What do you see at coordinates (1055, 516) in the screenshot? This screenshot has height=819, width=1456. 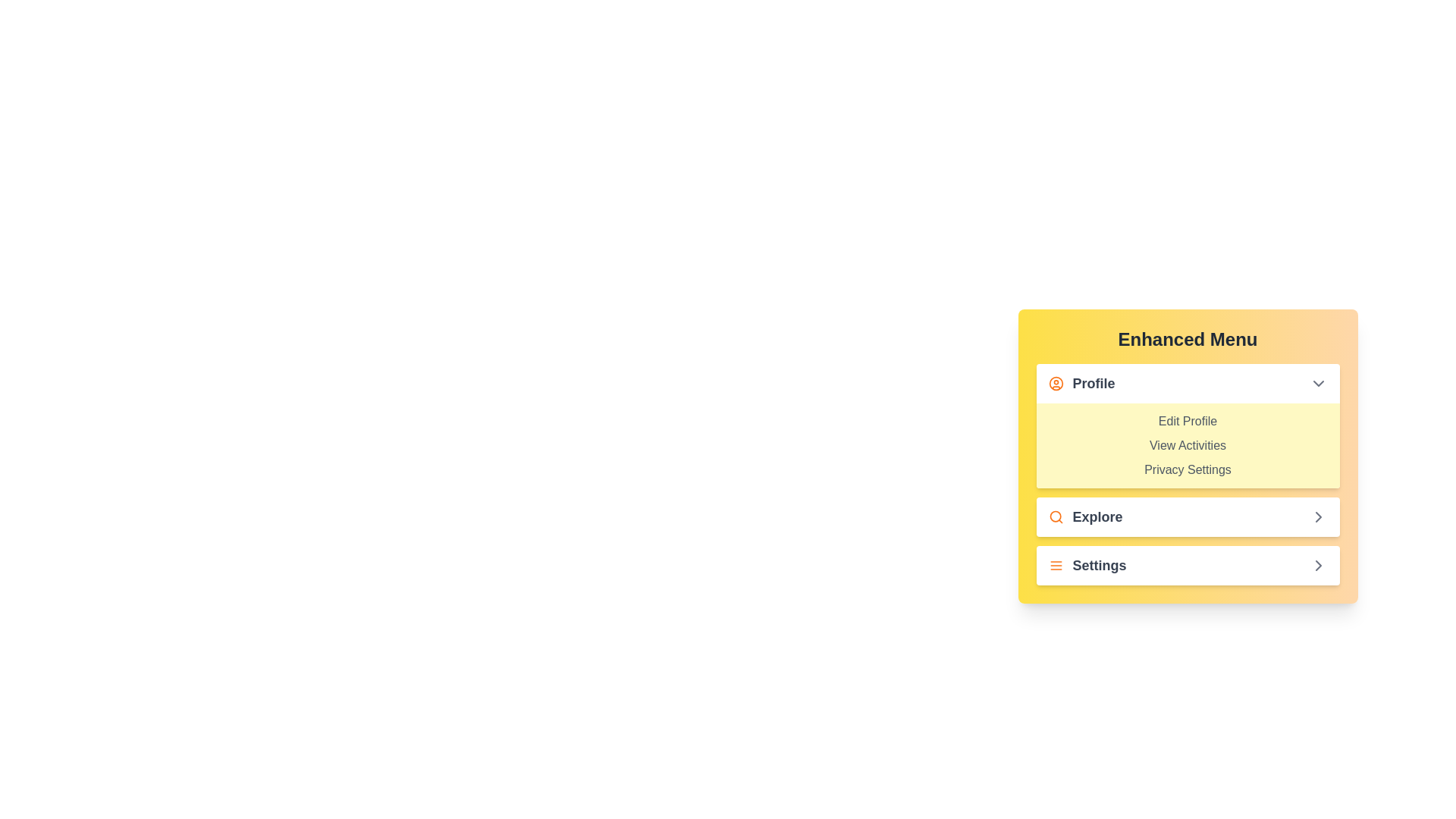 I see `the 'Explore' icon located to the left of the textual label 'Explore' in the menu` at bounding box center [1055, 516].